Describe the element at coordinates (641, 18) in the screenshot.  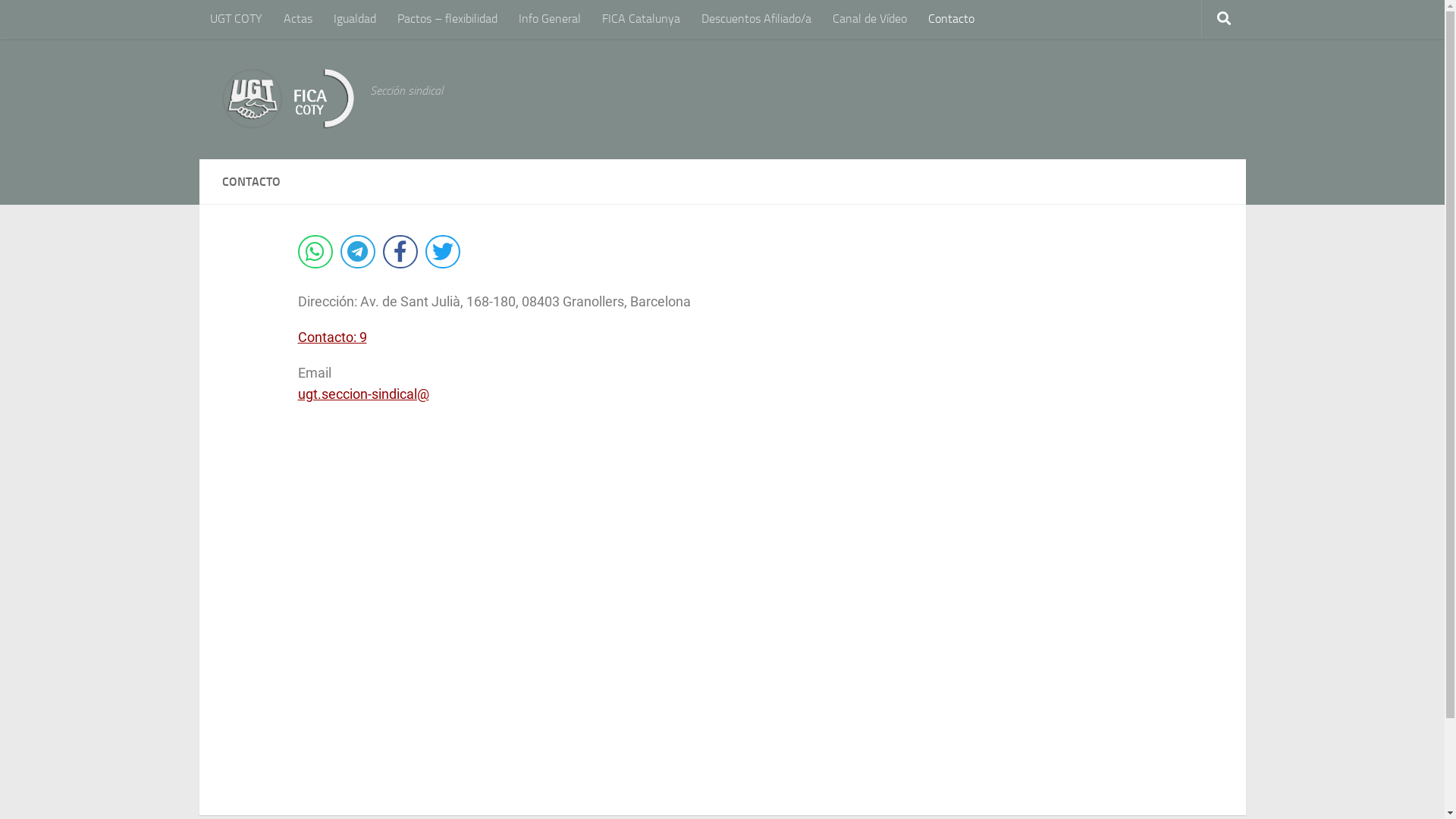
I see `'FICA Catalunya'` at that location.